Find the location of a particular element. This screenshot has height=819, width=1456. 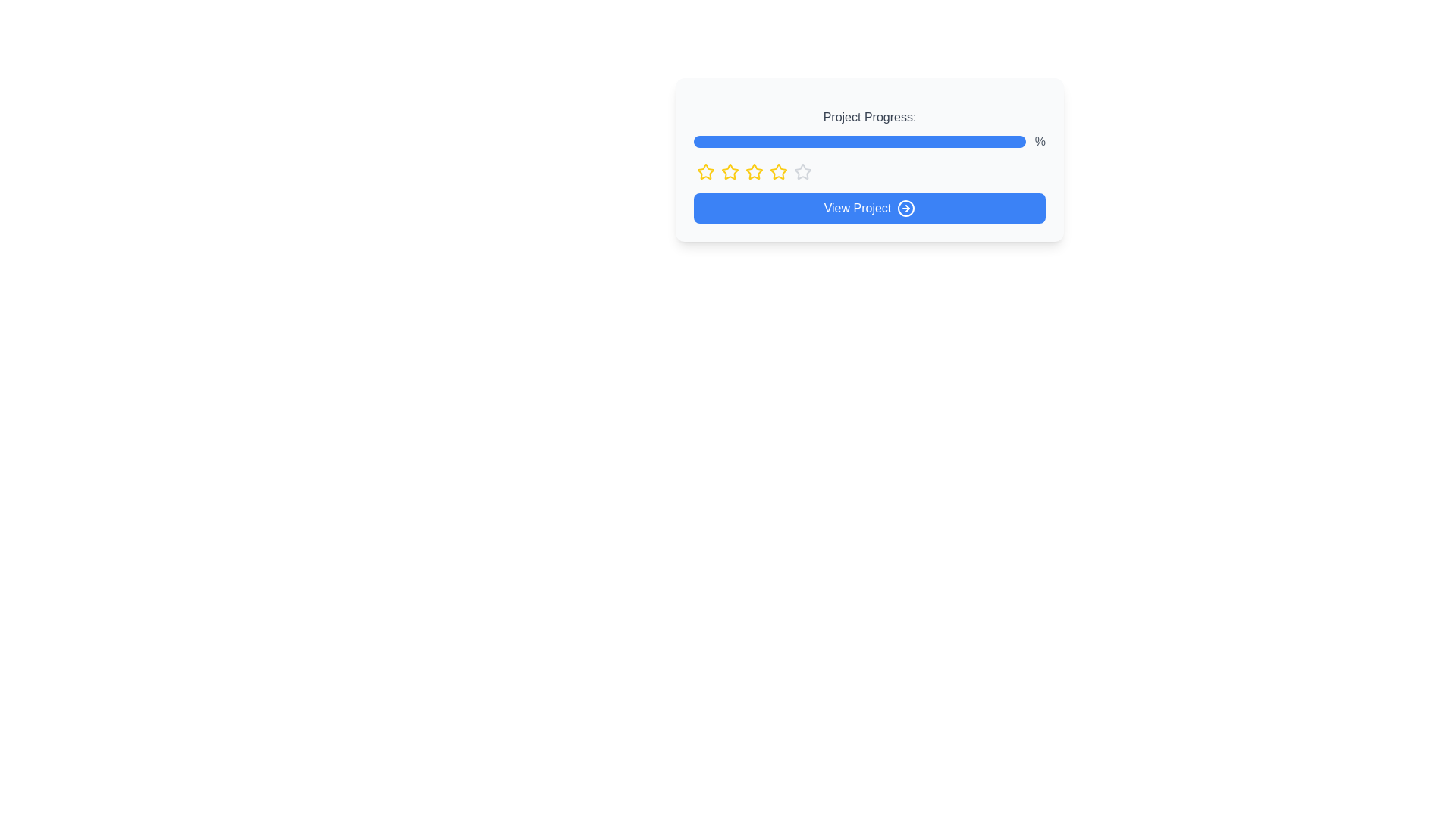

the first rating star icon, which is a yellow outlined star with a semi-transparent white fill is located at coordinates (705, 171).